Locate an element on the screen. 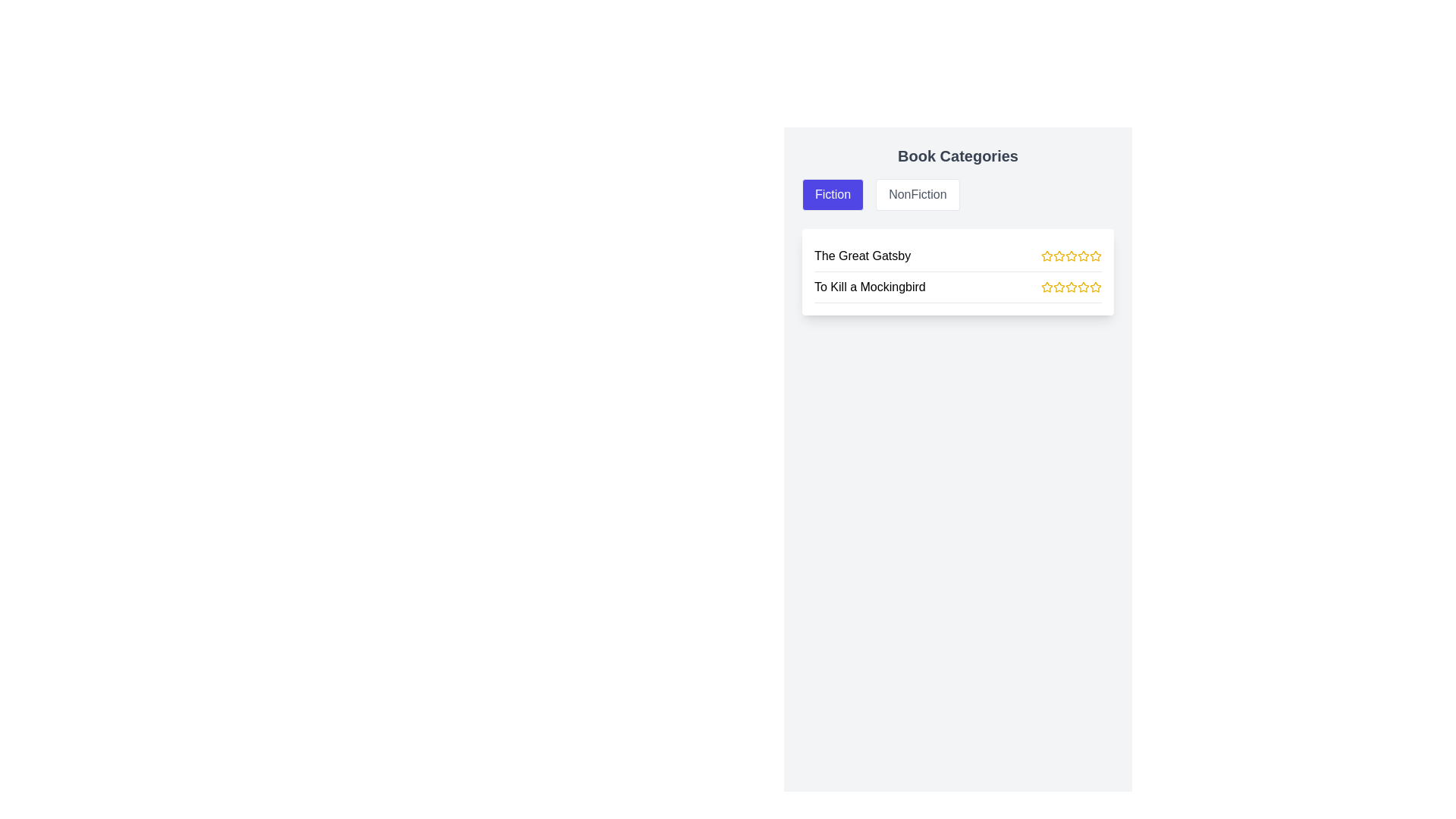 This screenshot has width=1456, height=819. the second yellow star icon with a hollow center in the row of rating stars next to the book 'To Kill a Mockingbird' is located at coordinates (1058, 287).